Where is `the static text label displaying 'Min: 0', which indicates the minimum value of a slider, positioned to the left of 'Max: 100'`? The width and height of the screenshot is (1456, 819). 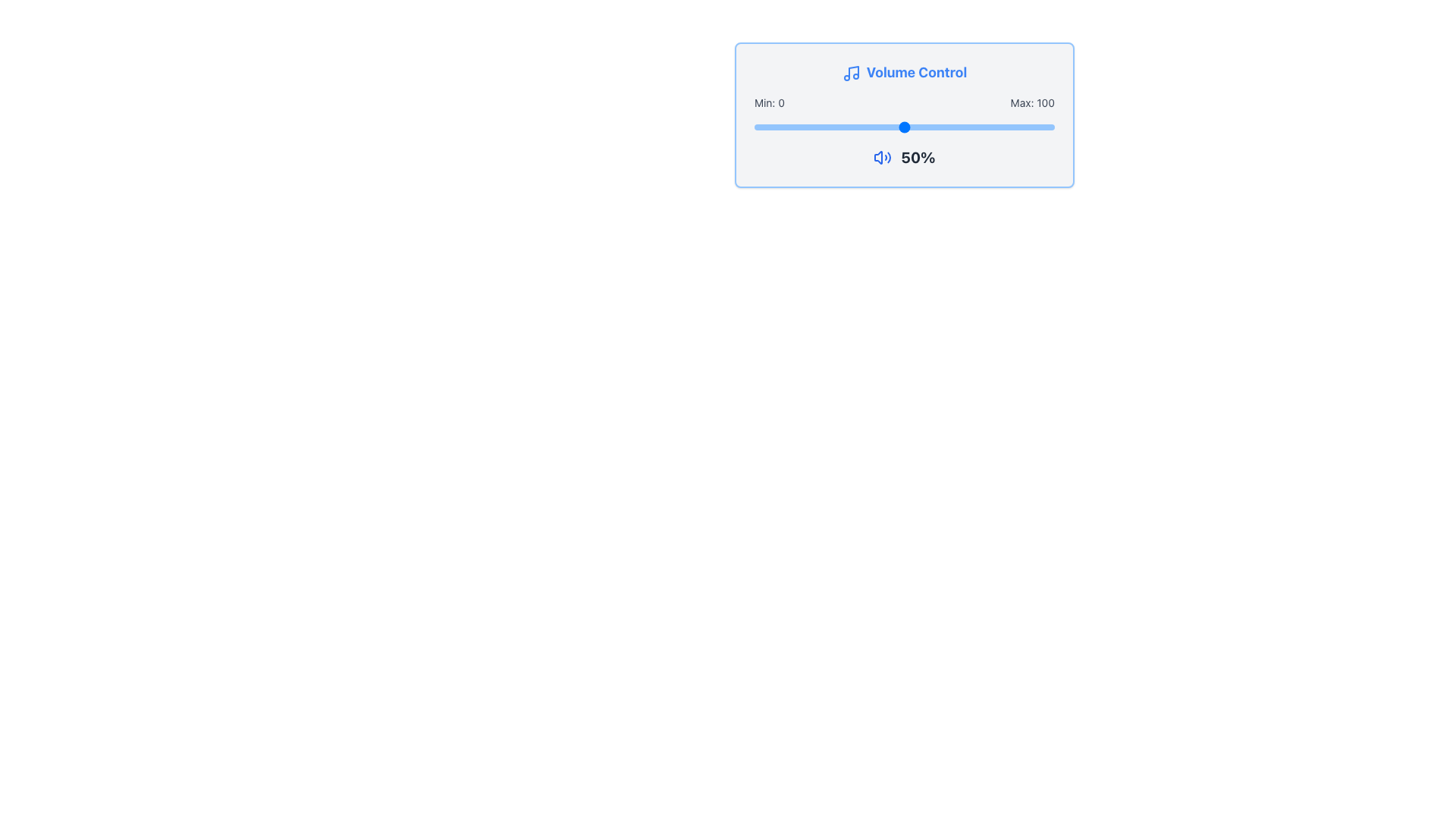
the static text label displaying 'Min: 0', which indicates the minimum value of a slider, positioned to the left of 'Max: 100' is located at coordinates (769, 102).